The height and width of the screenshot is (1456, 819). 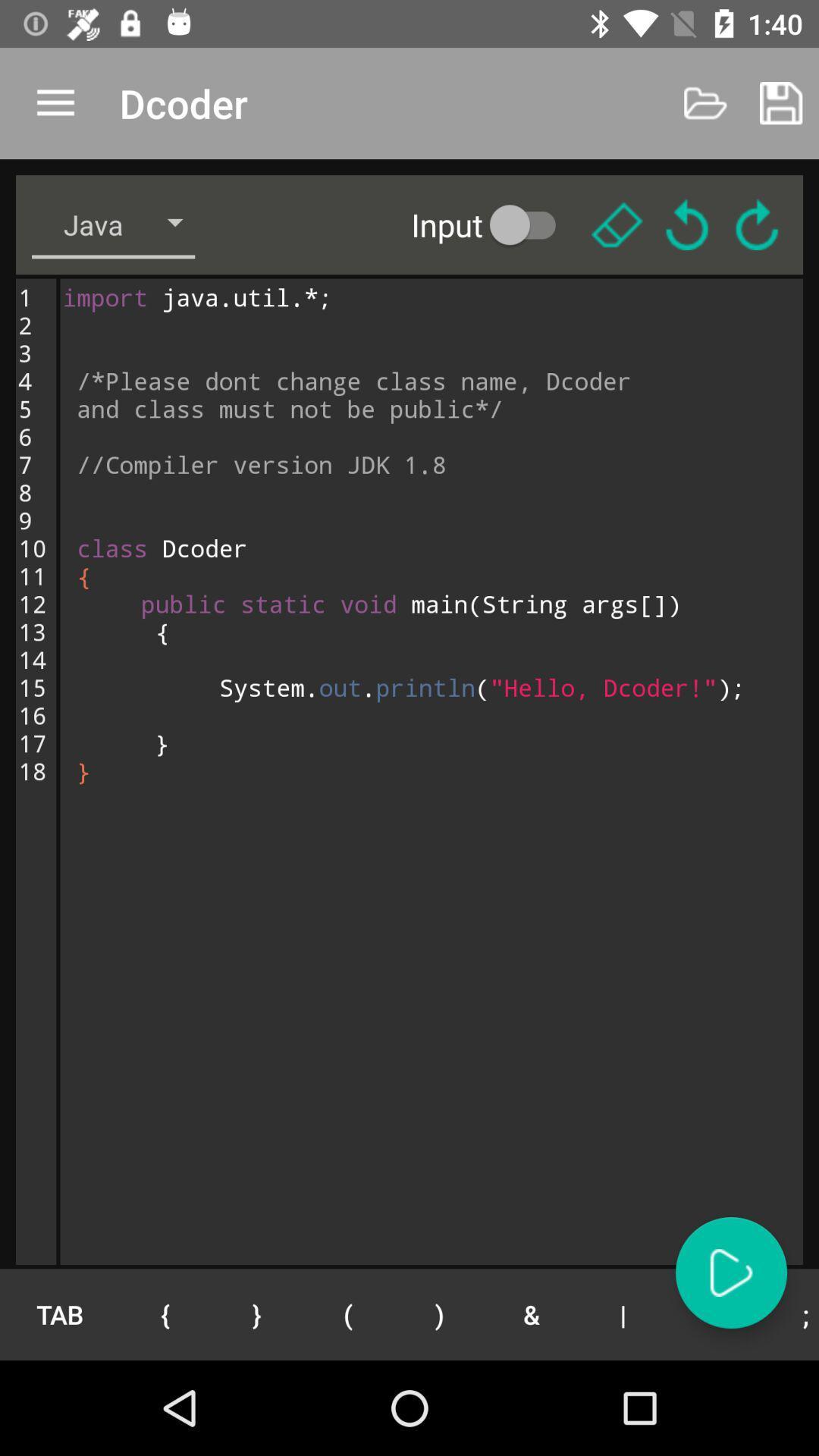 I want to click on item next to | item, so click(x=530, y=1313).